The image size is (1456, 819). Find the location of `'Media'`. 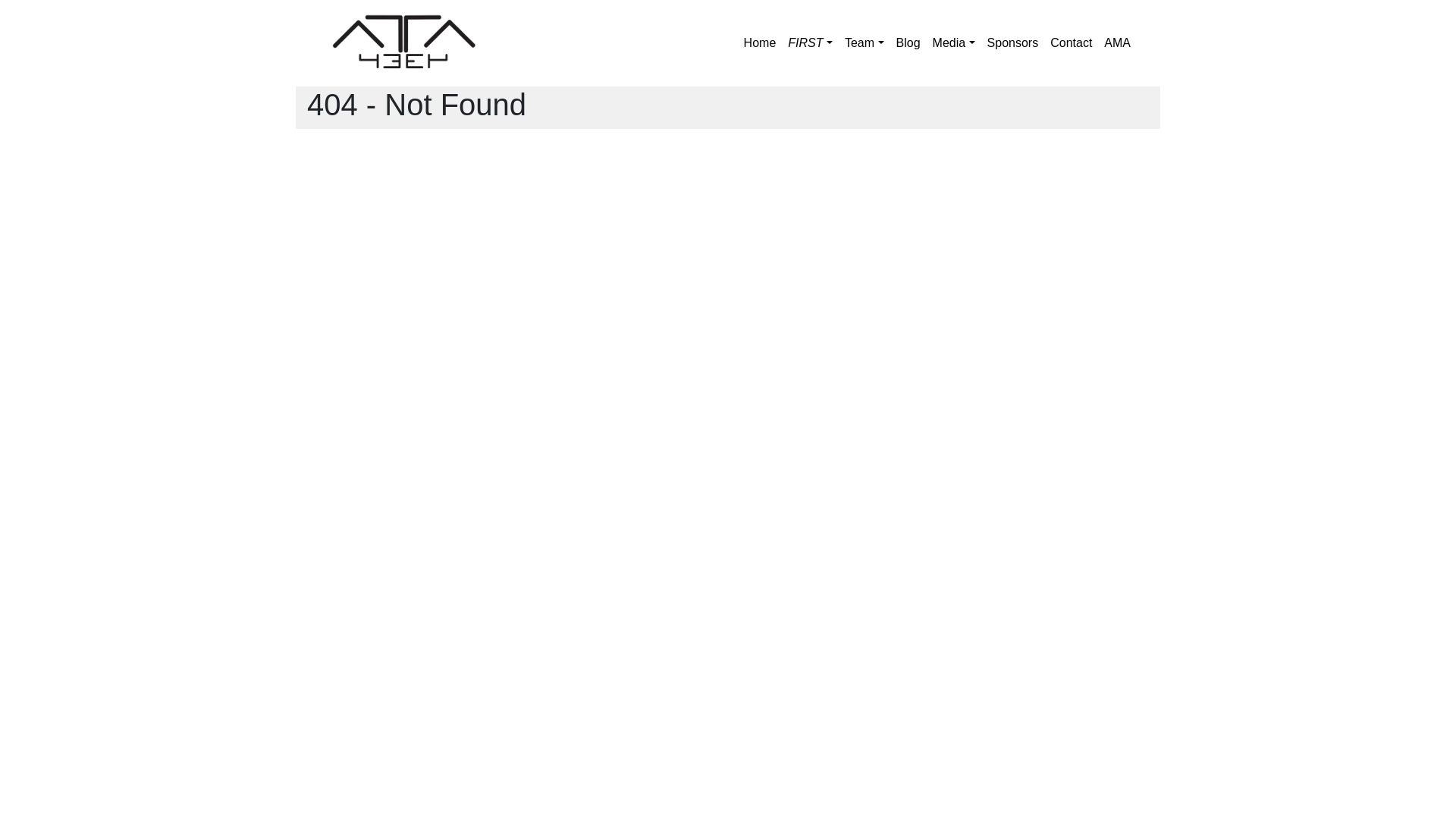

'Media' is located at coordinates (926, 42).